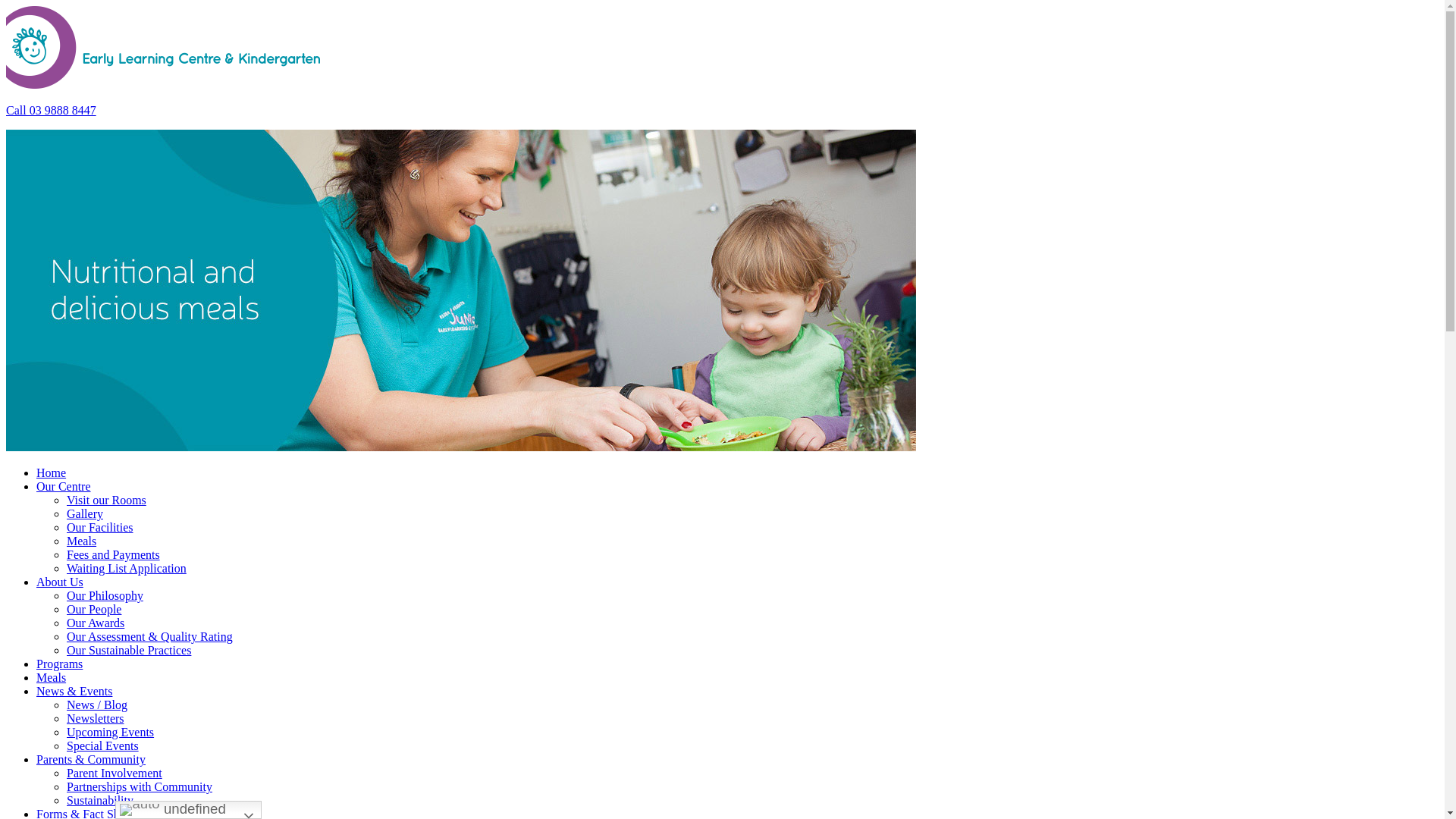  I want to click on 'Gallery', so click(83, 513).